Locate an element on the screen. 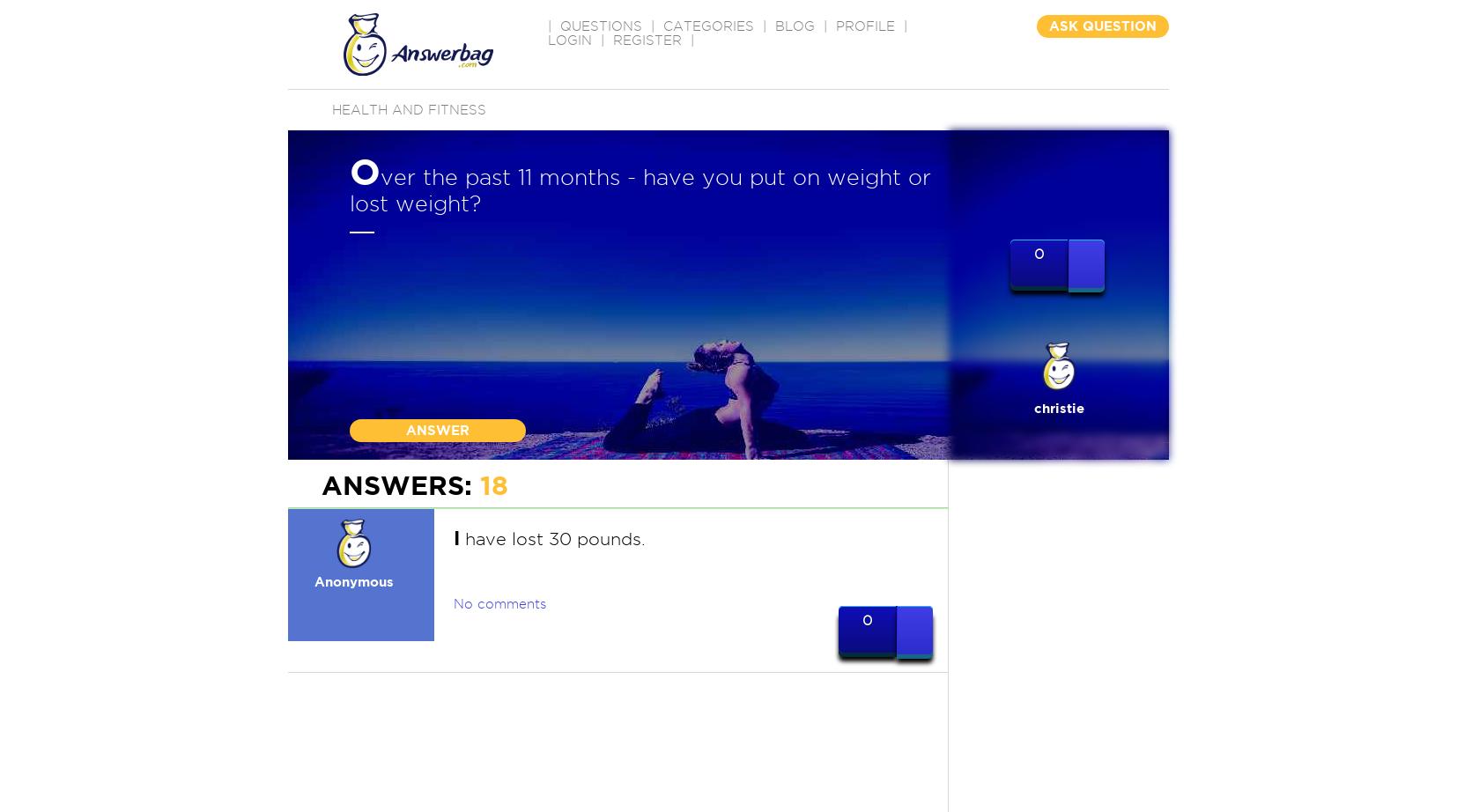 This screenshot has width=1457, height=812. 'ANSWER' is located at coordinates (438, 430).